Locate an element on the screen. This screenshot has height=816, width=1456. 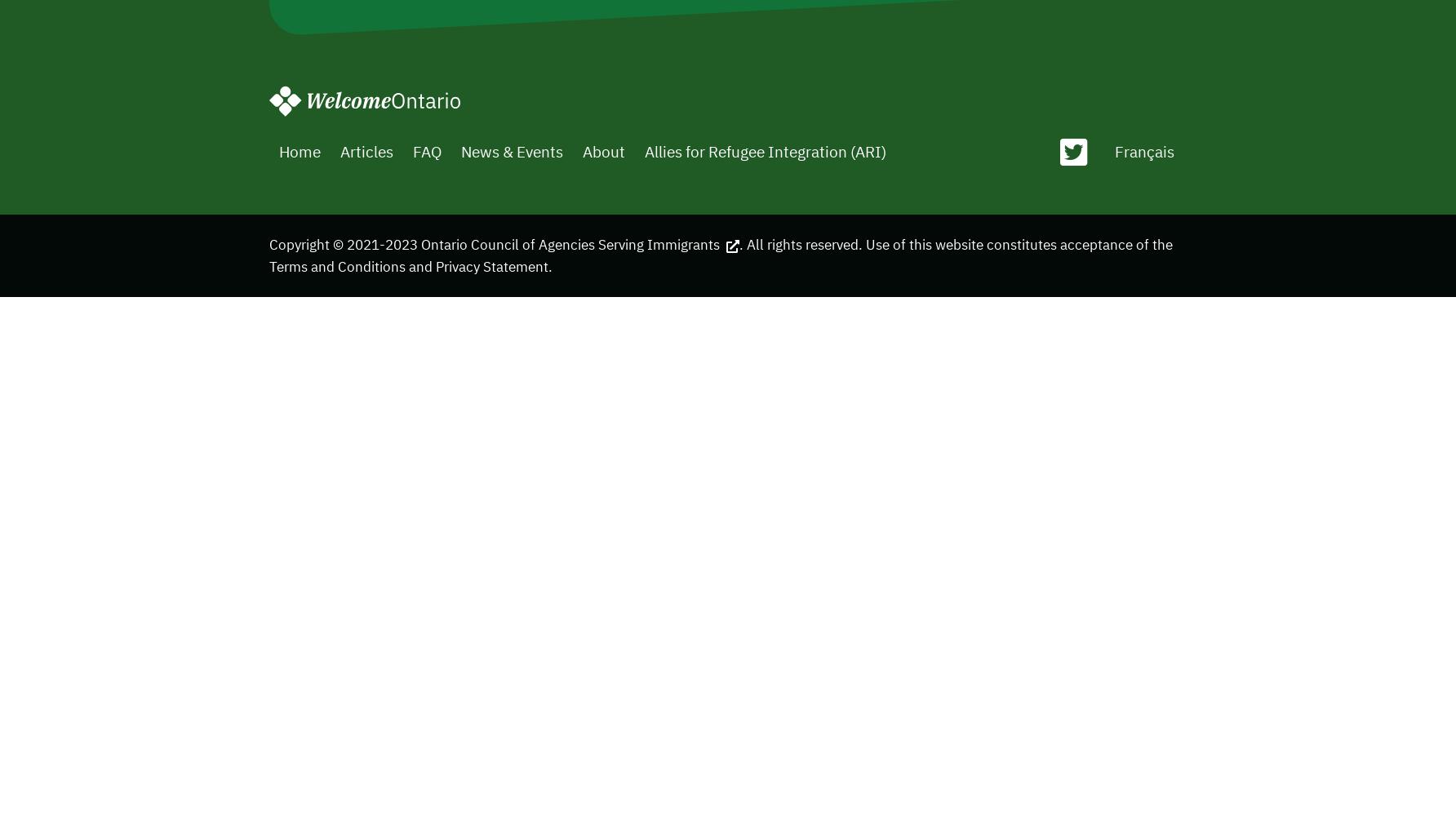
'. All rights reserved. Use of this website constitutes acceptance of the' is located at coordinates (955, 244).